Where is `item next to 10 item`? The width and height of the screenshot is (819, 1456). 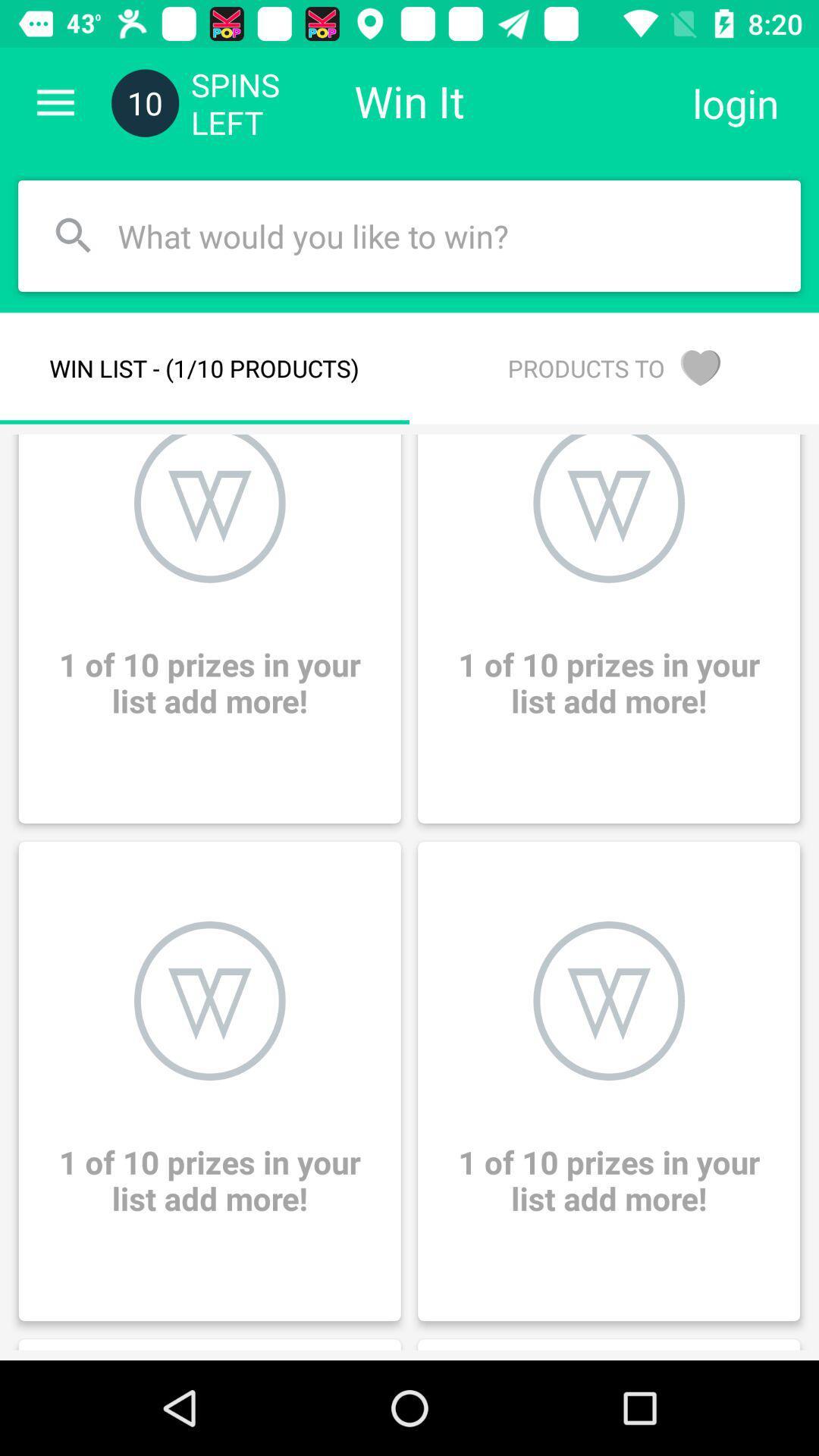 item next to 10 item is located at coordinates (55, 102).